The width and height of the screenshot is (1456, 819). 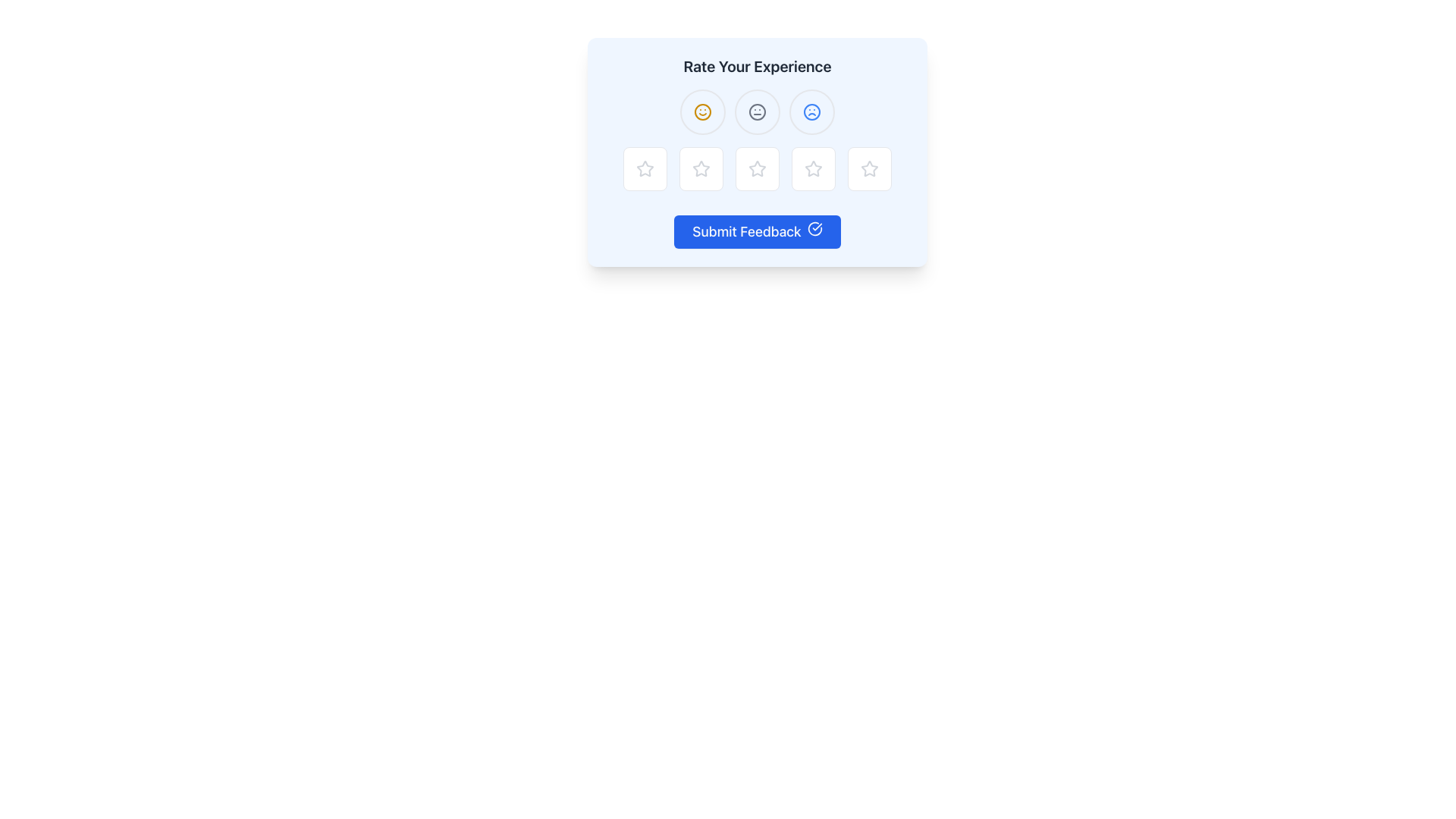 What do you see at coordinates (757, 111) in the screenshot?
I see `the second SVG icon representing a neutral face in the user feedback rating section` at bounding box center [757, 111].